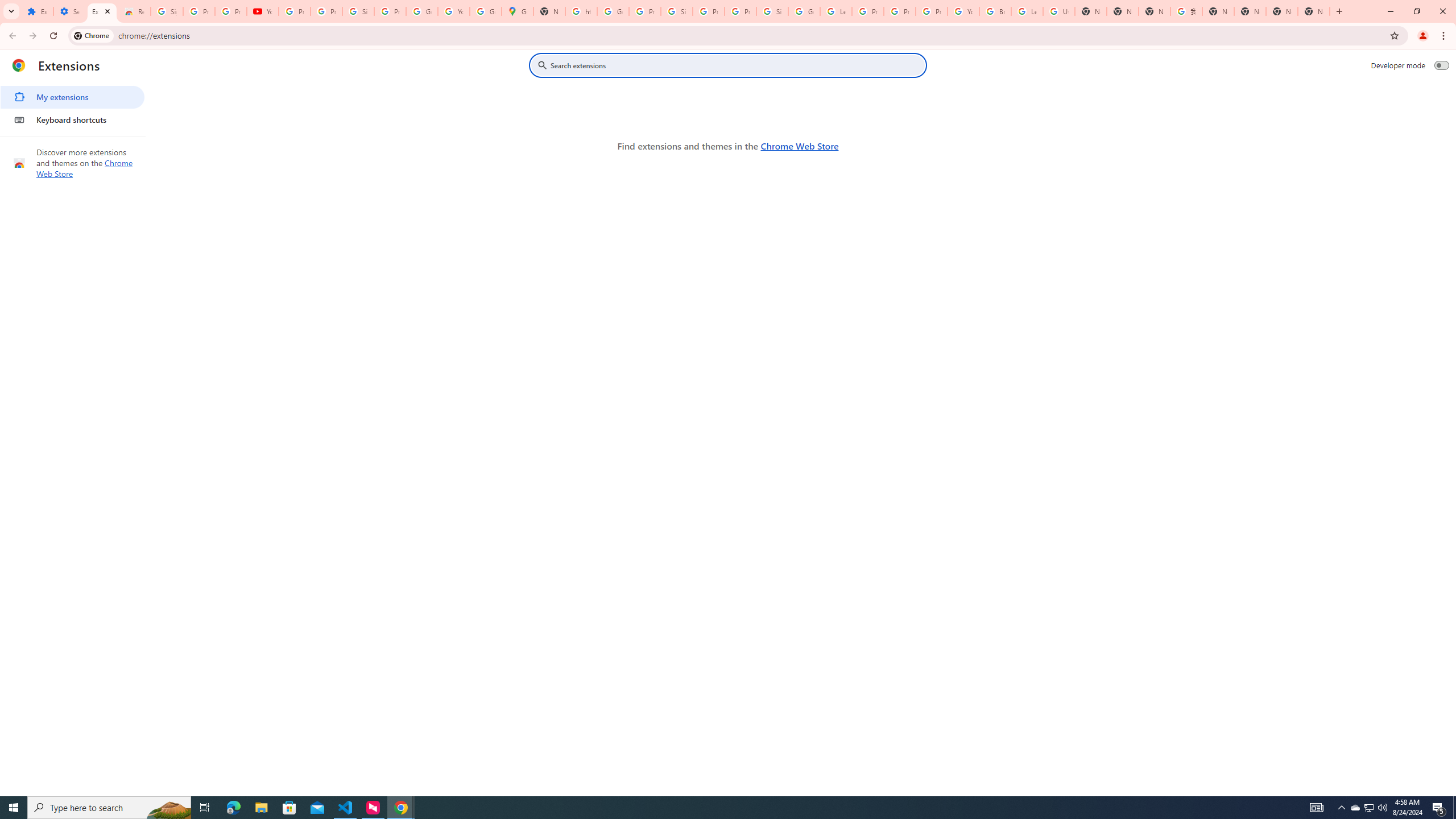 Image resolution: width=1456 pixels, height=819 pixels. Describe the element at coordinates (868, 11) in the screenshot. I see `'Privacy Help Center - Policies Help'` at that location.